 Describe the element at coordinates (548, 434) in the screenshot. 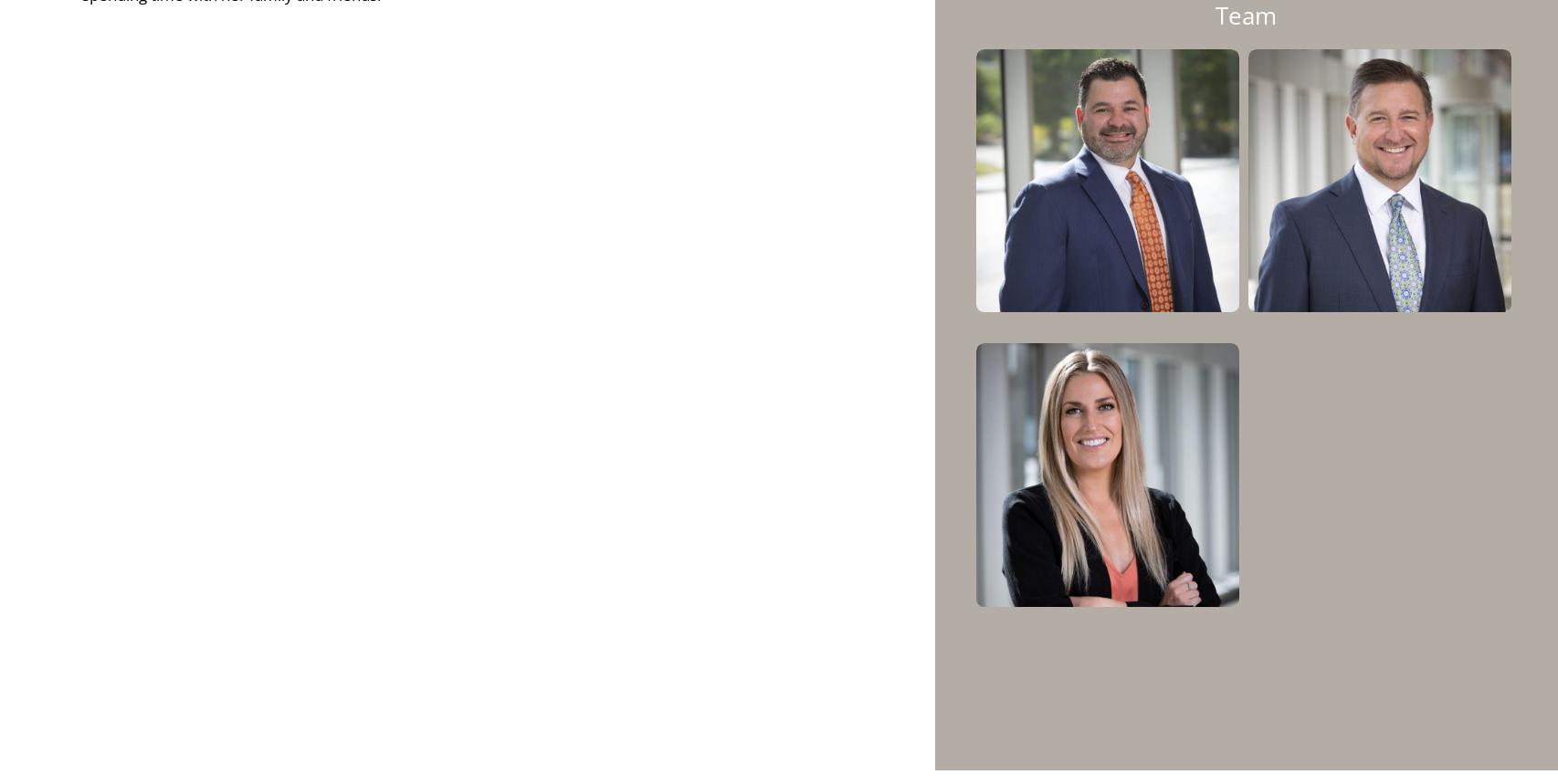

I see `'The annual Advancement of Women Award is given to workplaces which demonstrate a culture of advancement for female employees. Since the firm’s founding in 2009, Krilogy® has focused on building a team that encompasses a variety of perspectives and experiences. Krilogy® President and CEO, Kent Skornia, believes that “a broad base of perspectives allows us to be the best version of ourselves possible. To accomplish this, we’ve taken a serious and deliberate approach to diversity and inclusion, managing the recruitment process as an educational endeavor to advance the profession to a broader spectrum of women.”'` at that location.